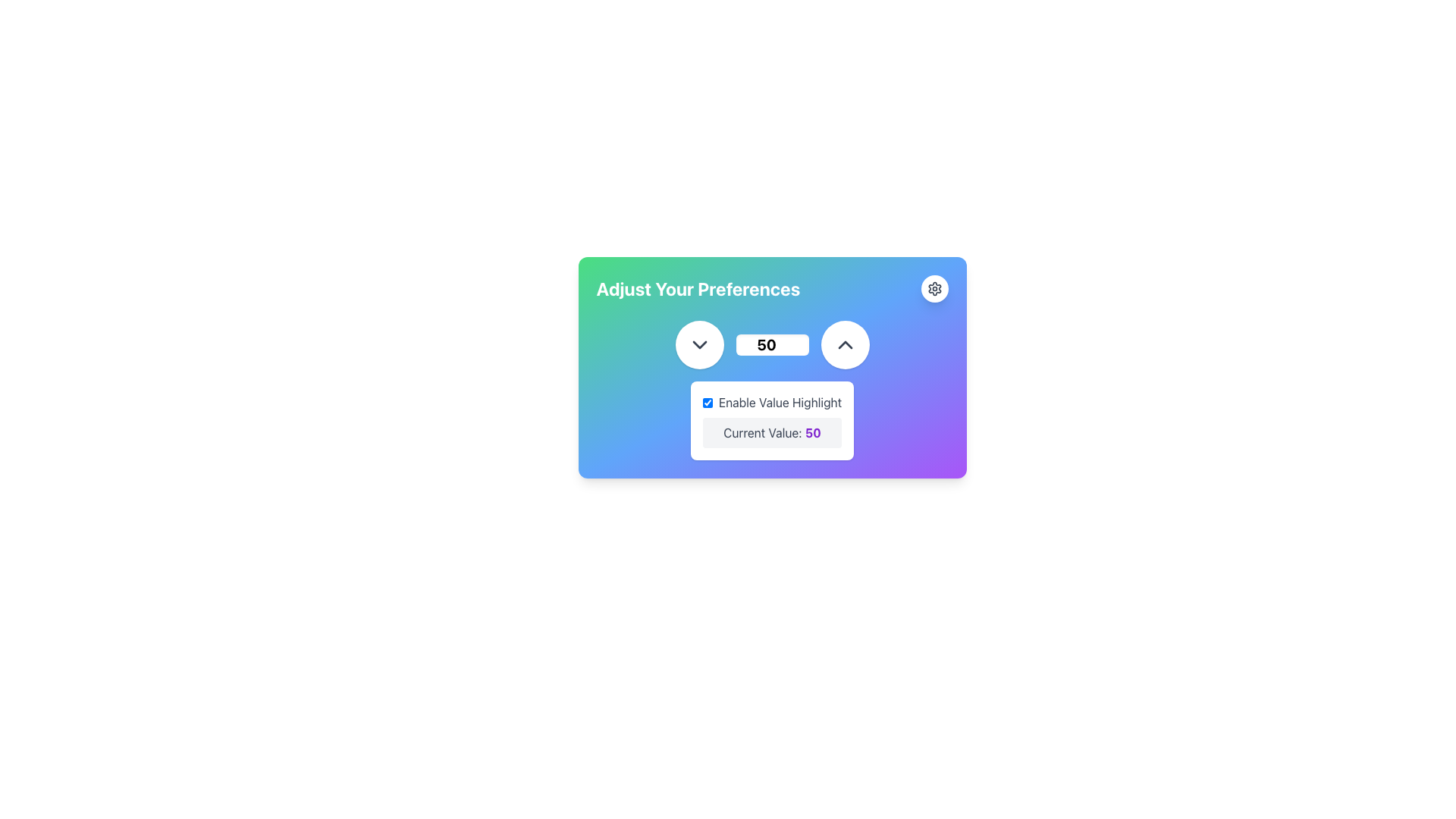 The image size is (1456, 819). What do you see at coordinates (698, 345) in the screenshot?
I see `the chevron down icon located at the lower right corner of the 'Adjust Your Preferences' interface card` at bounding box center [698, 345].